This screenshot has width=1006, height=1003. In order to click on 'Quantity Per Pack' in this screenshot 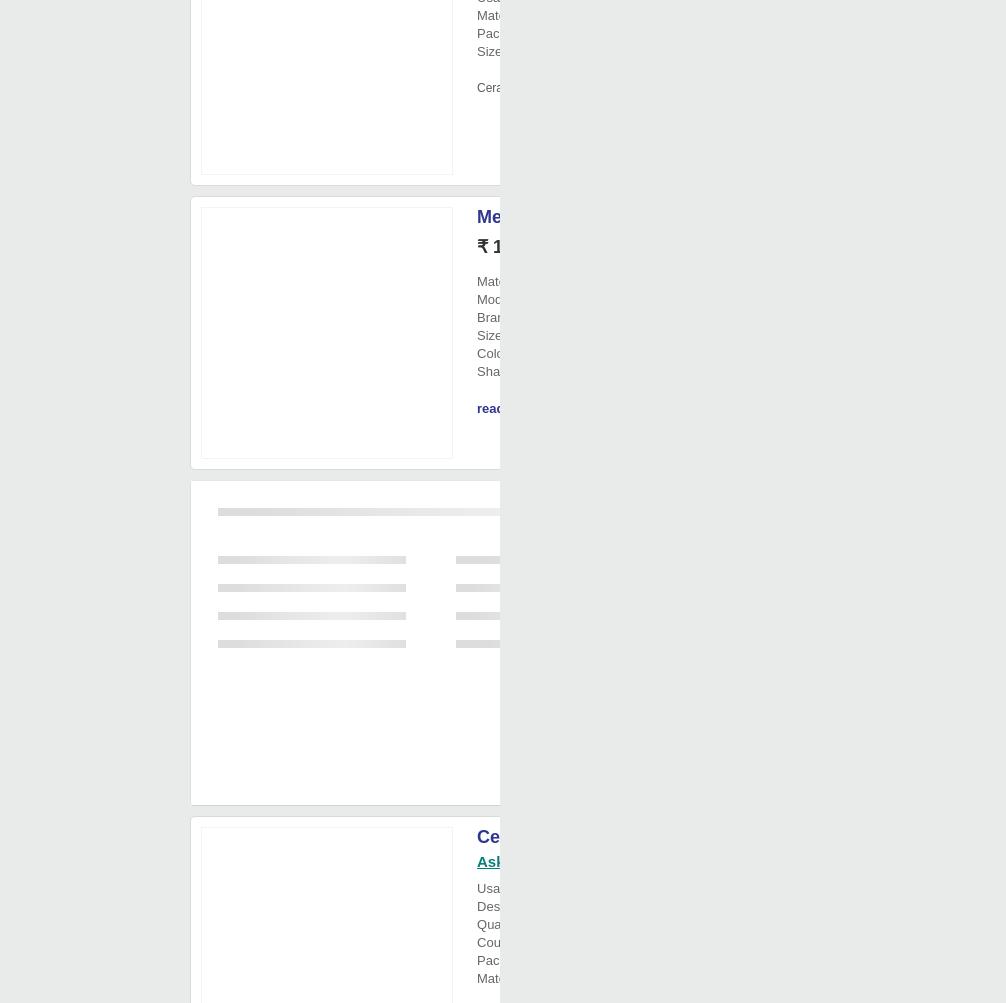, I will do `click(528, 923)`.